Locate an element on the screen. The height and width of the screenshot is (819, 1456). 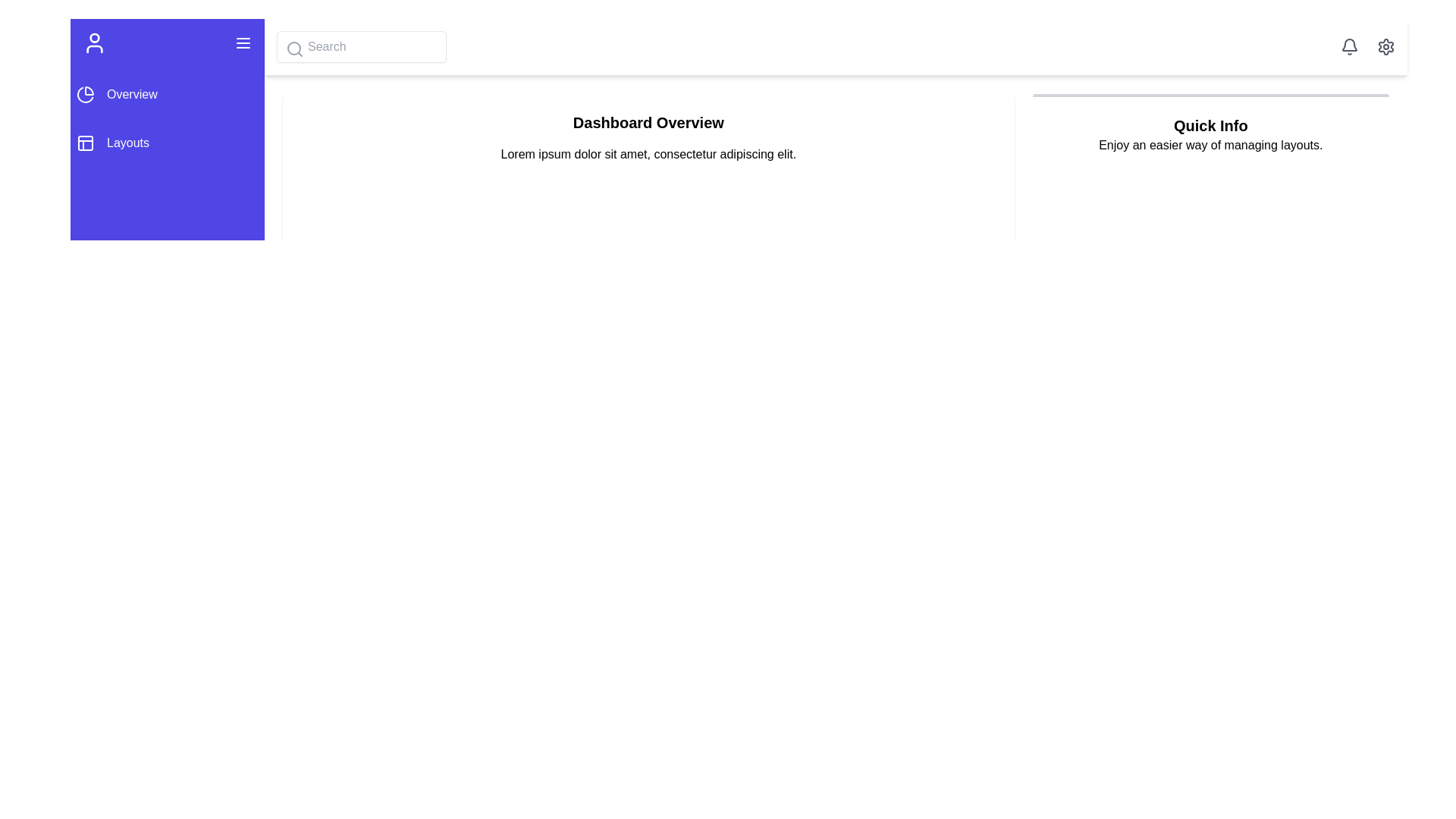
the segmented square icon located in the side navigation bar, positioned above the 'Layouts' text and below the 'Overview' item is located at coordinates (85, 143).